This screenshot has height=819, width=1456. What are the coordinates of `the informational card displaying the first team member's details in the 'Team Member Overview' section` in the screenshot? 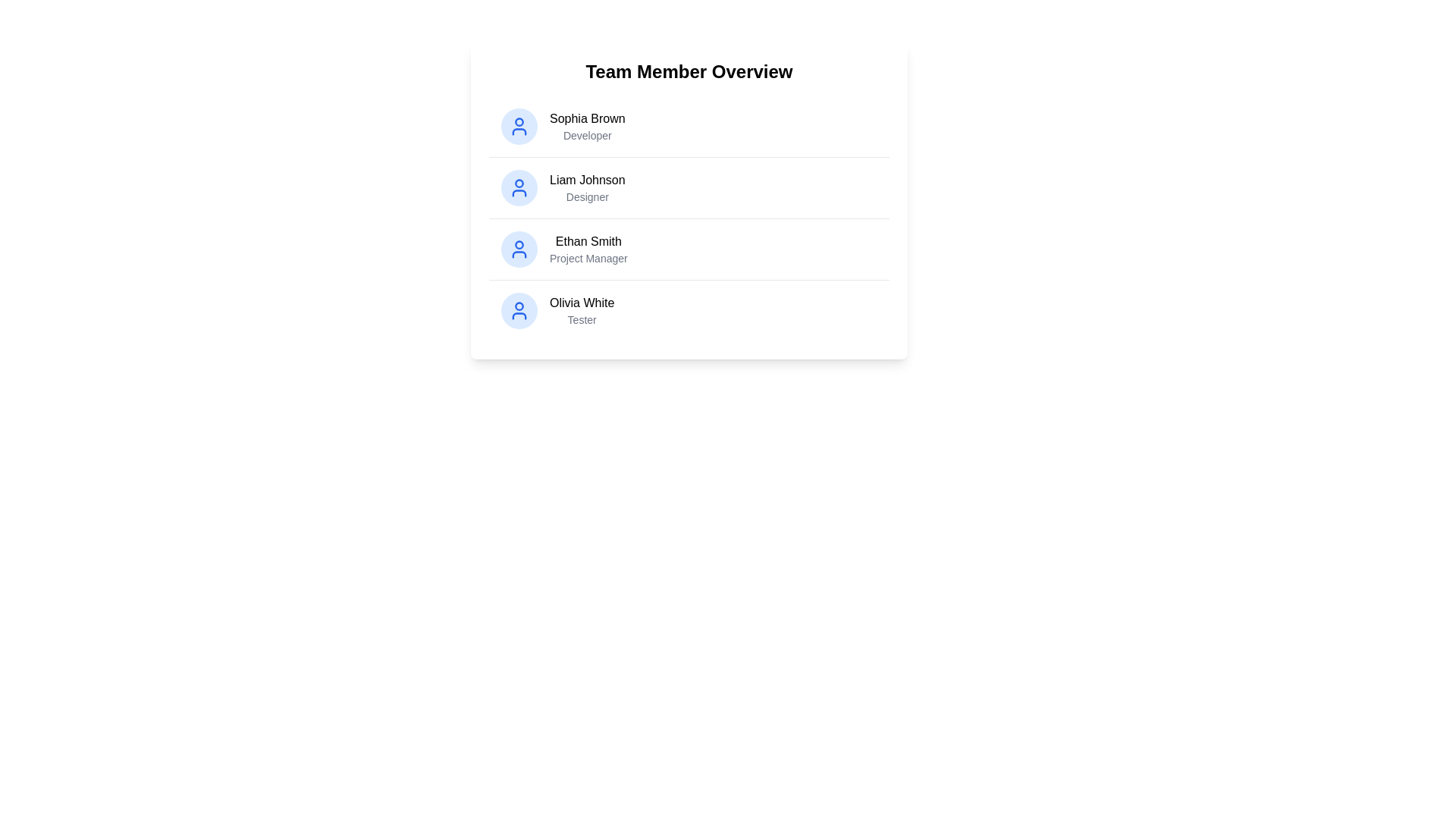 It's located at (688, 125).